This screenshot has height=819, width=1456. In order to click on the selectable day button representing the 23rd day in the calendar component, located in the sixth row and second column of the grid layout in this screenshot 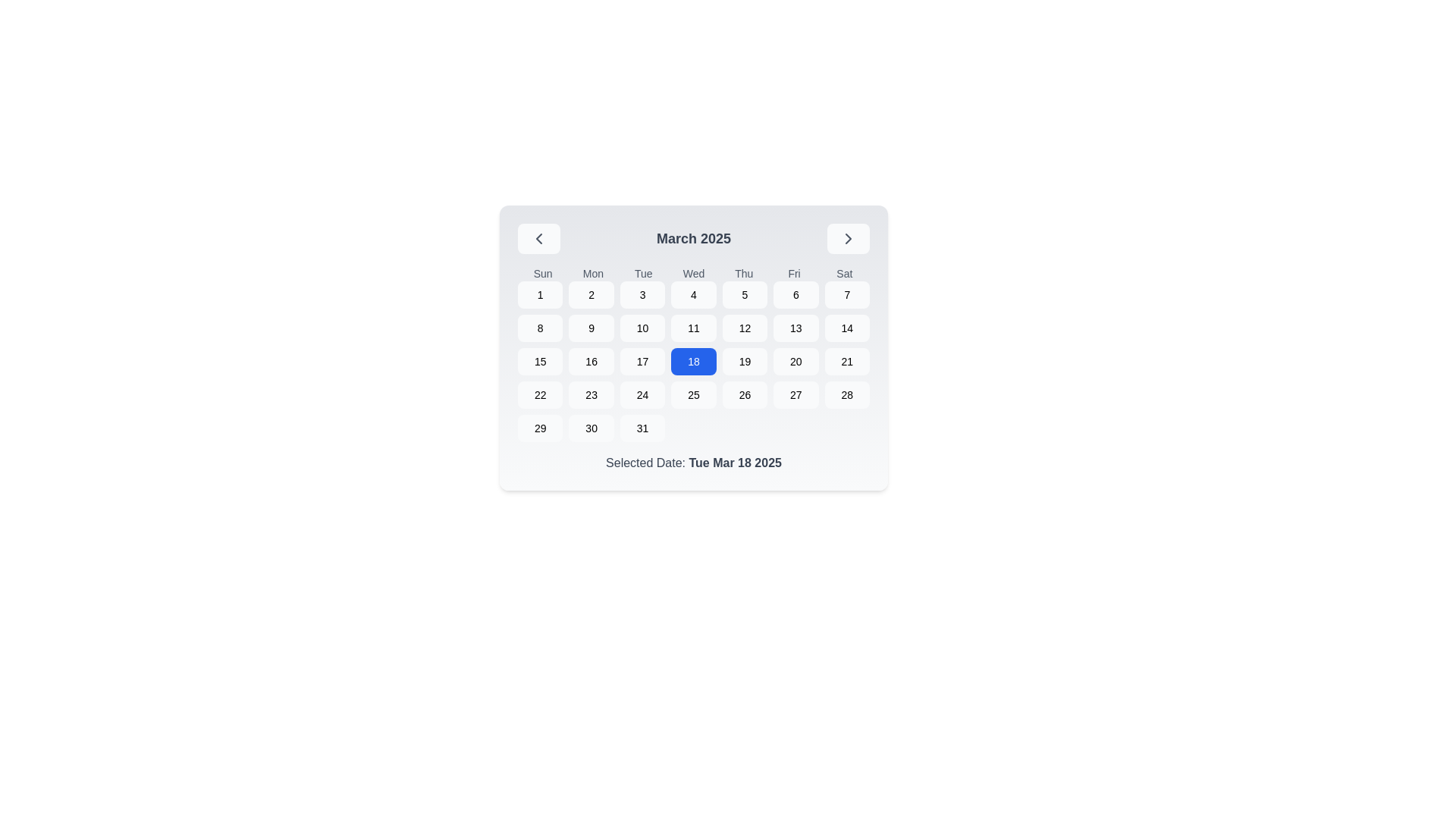, I will do `click(591, 394)`.